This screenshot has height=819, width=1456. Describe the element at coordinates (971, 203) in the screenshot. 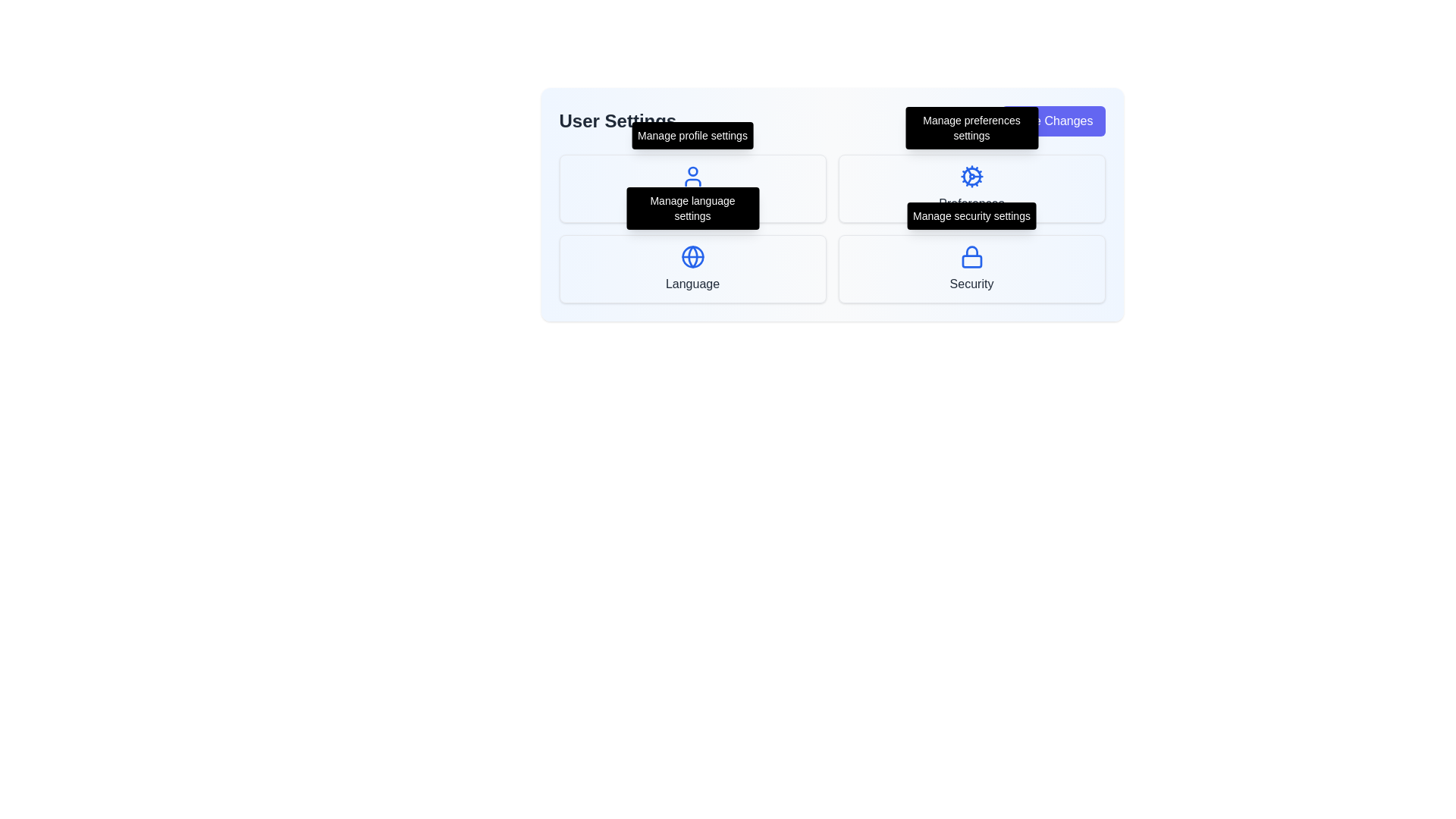

I see `the Text Label element that serves as a heading for the preferences card, located centrally below the gear icon in the preferences section` at that location.